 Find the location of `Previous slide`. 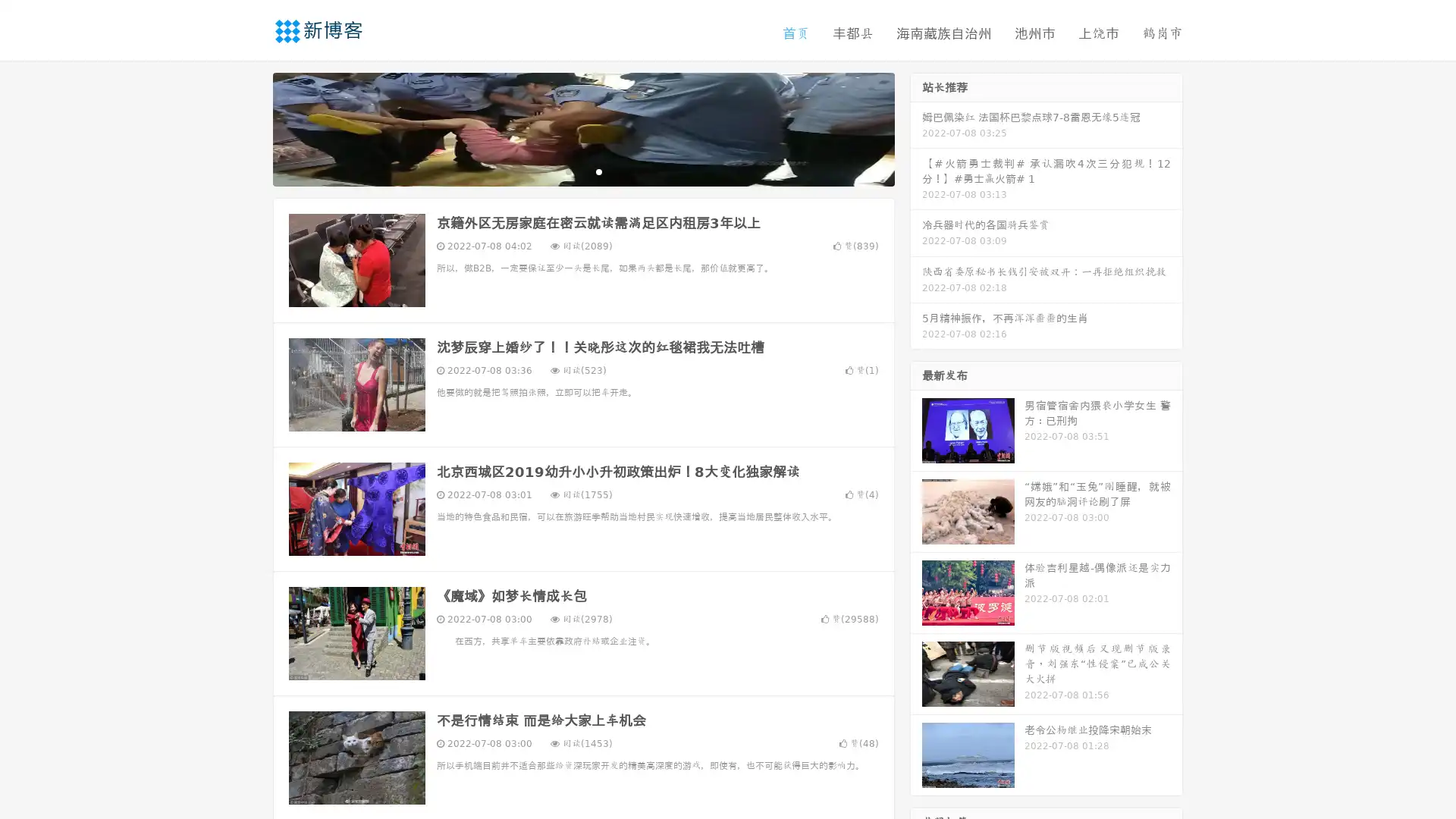

Previous slide is located at coordinates (250, 127).